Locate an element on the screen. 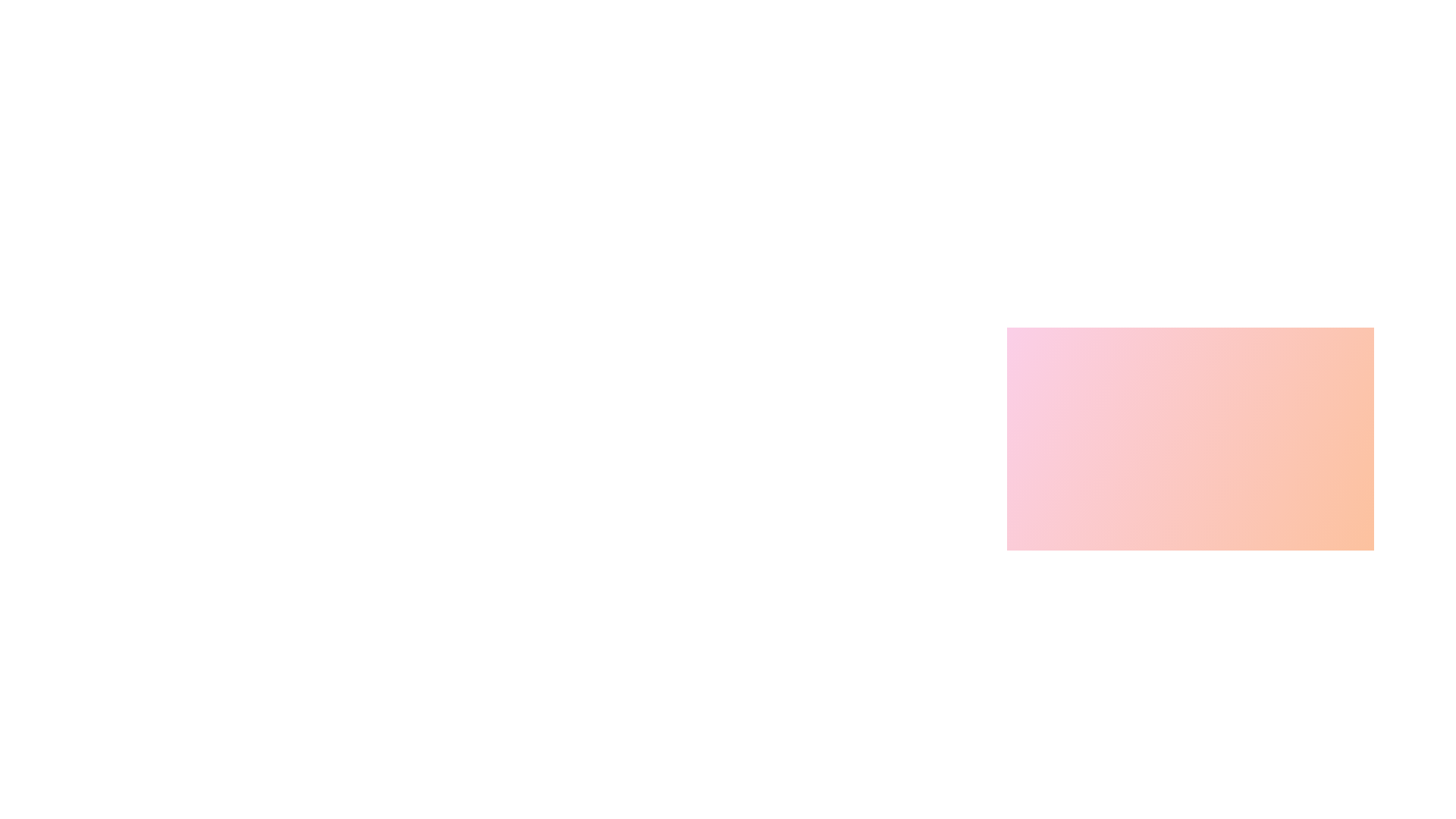 This screenshot has height=819, width=1456. the navigation button located at the bottom center of the interface, which allows the user to move to the previous page or section, to observe the hover effect is located at coordinates (1068, 772).